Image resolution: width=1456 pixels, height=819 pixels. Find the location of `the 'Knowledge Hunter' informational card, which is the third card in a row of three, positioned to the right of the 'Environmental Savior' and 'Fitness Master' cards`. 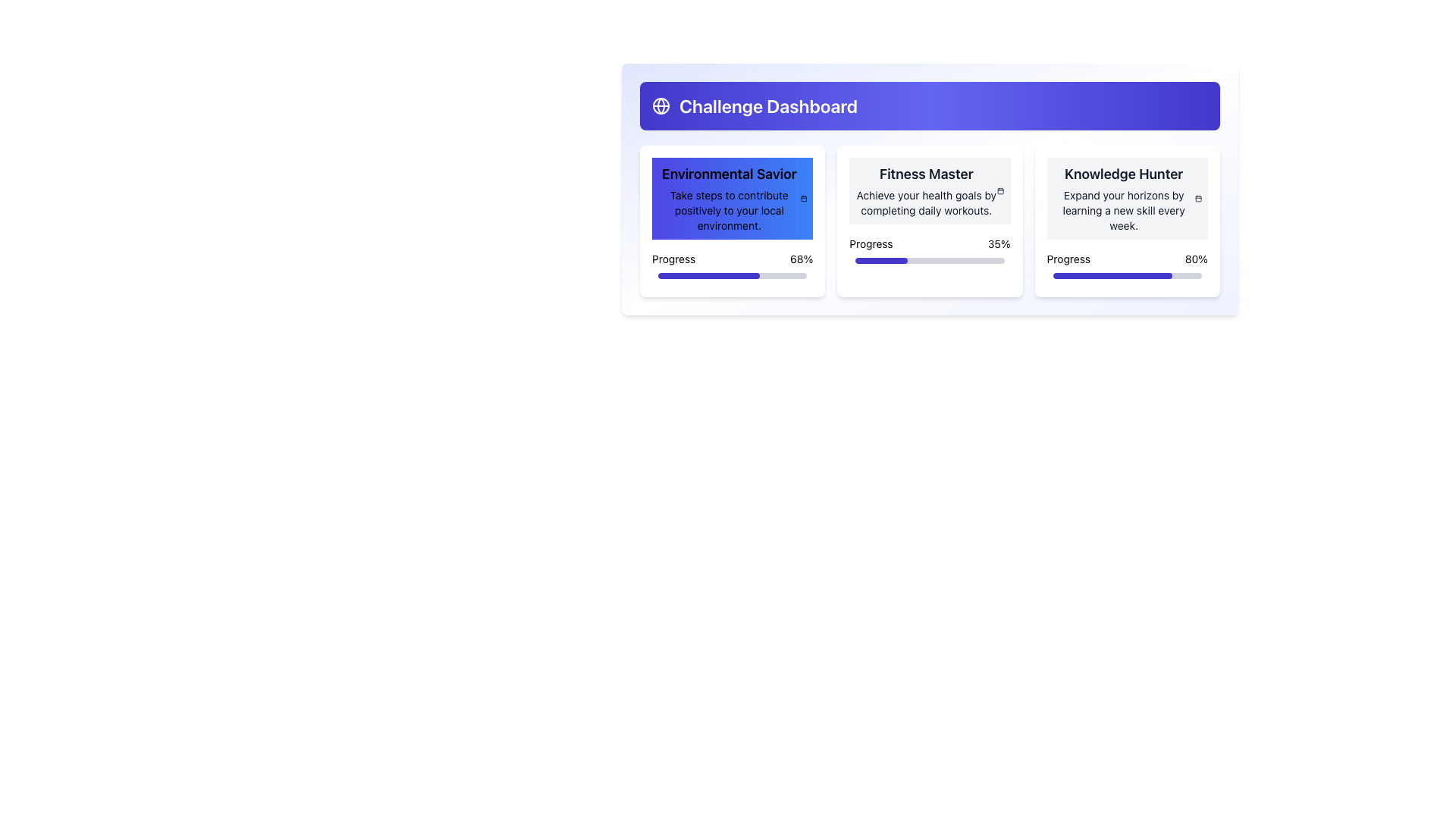

the 'Knowledge Hunter' informational card, which is the third card in a row of three, positioned to the right of the 'Environmental Savior' and 'Fitness Master' cards is located at coordinates (1127, 221).